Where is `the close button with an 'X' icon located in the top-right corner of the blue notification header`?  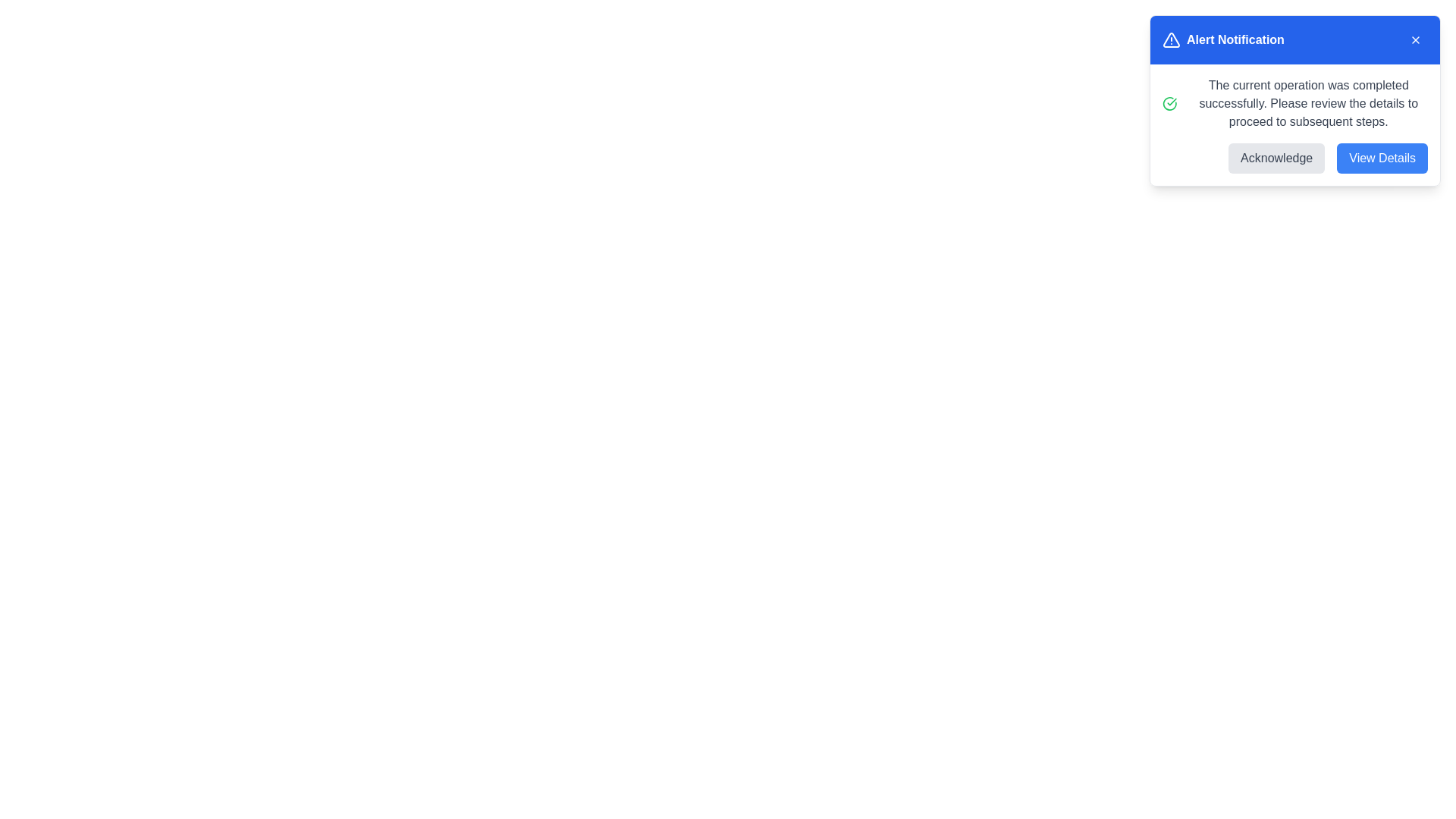 the close button with an 'X' icon located in the top-right corner of the blue notification header is located at coordinates (1415, 39).